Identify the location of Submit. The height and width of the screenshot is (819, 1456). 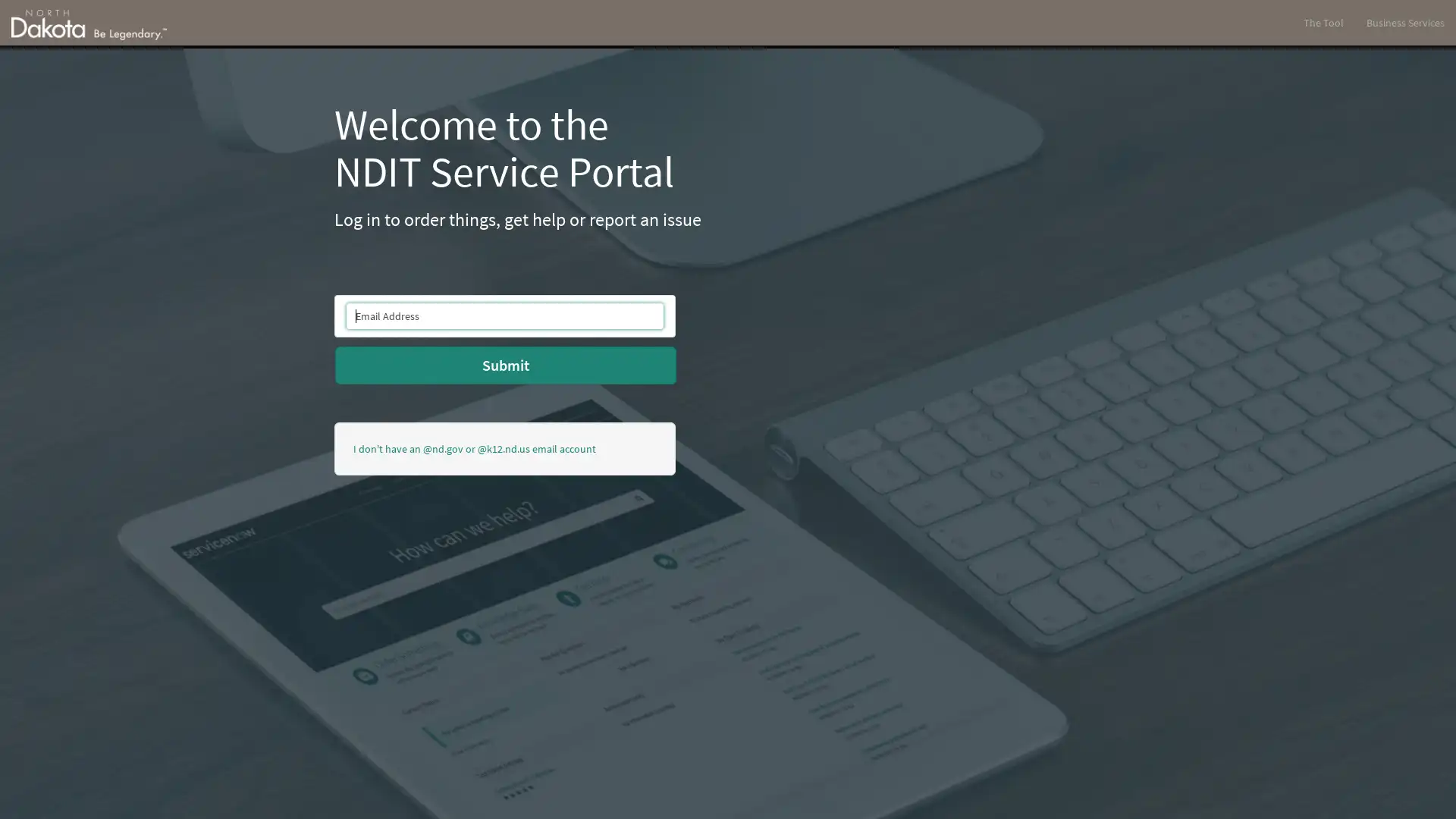
(505, 365).